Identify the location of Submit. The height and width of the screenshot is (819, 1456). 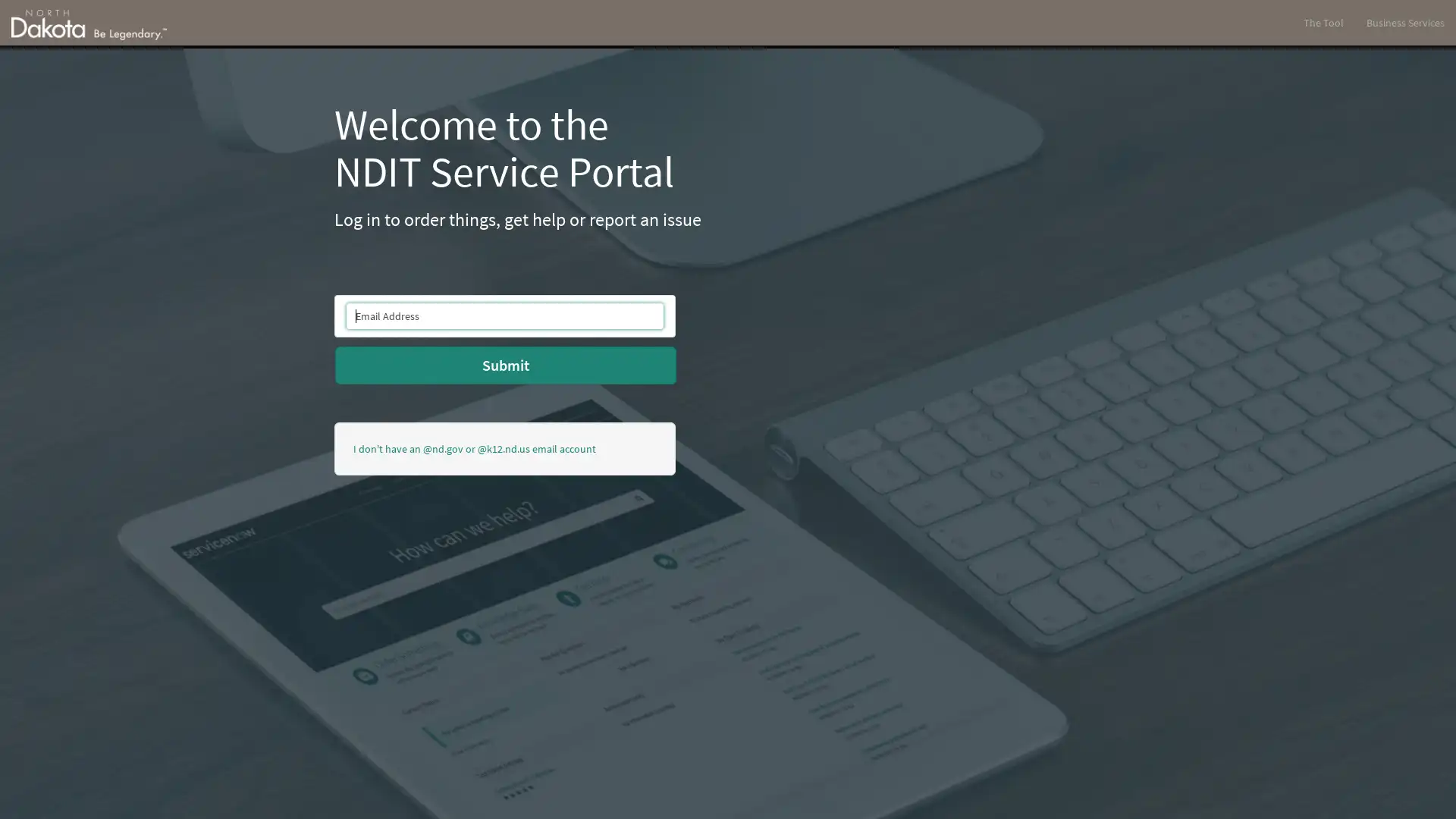
(505, 365).